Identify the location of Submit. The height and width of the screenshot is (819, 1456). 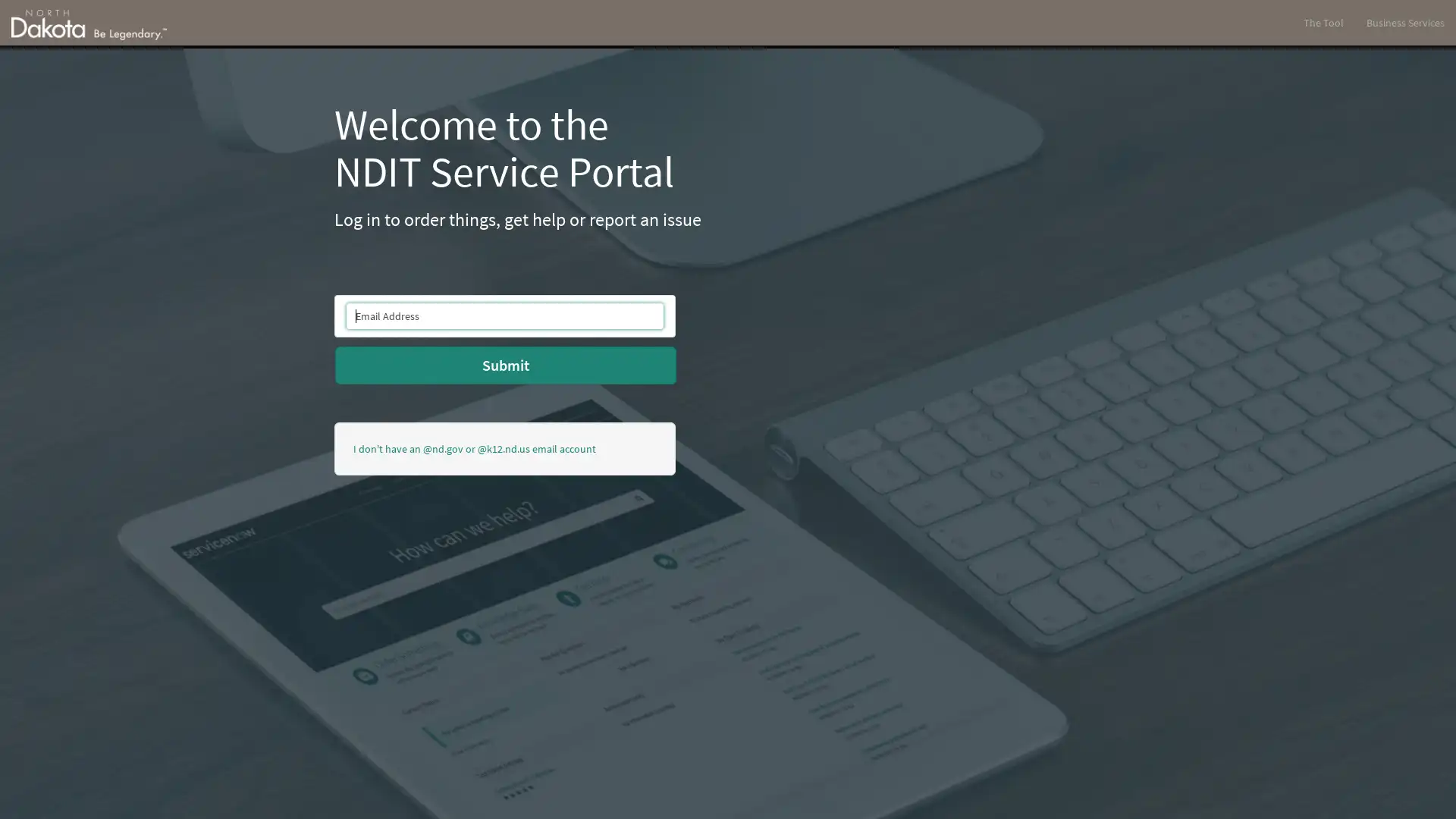
(505, 365).